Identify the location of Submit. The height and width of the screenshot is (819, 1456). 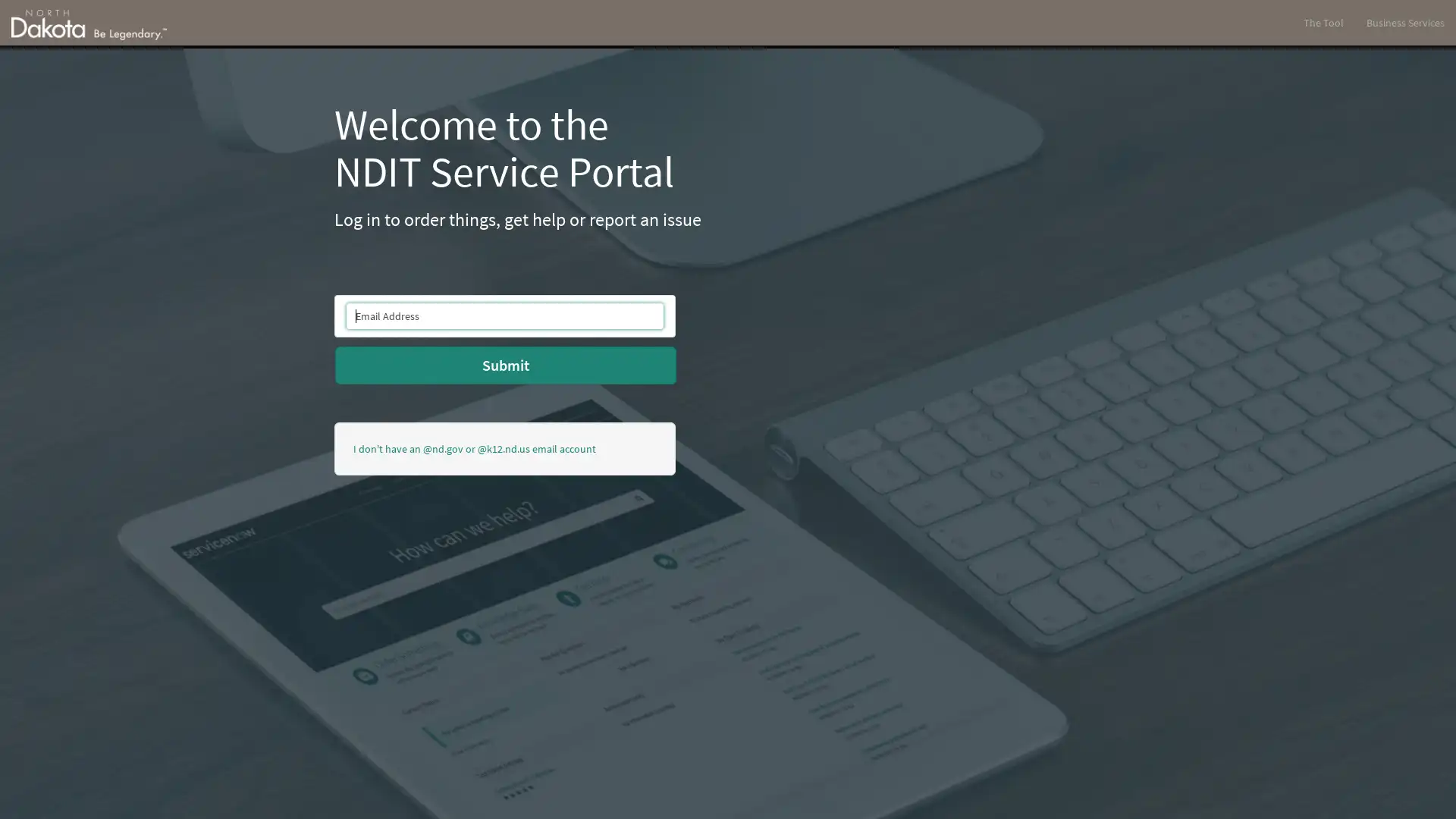
(505, 365).